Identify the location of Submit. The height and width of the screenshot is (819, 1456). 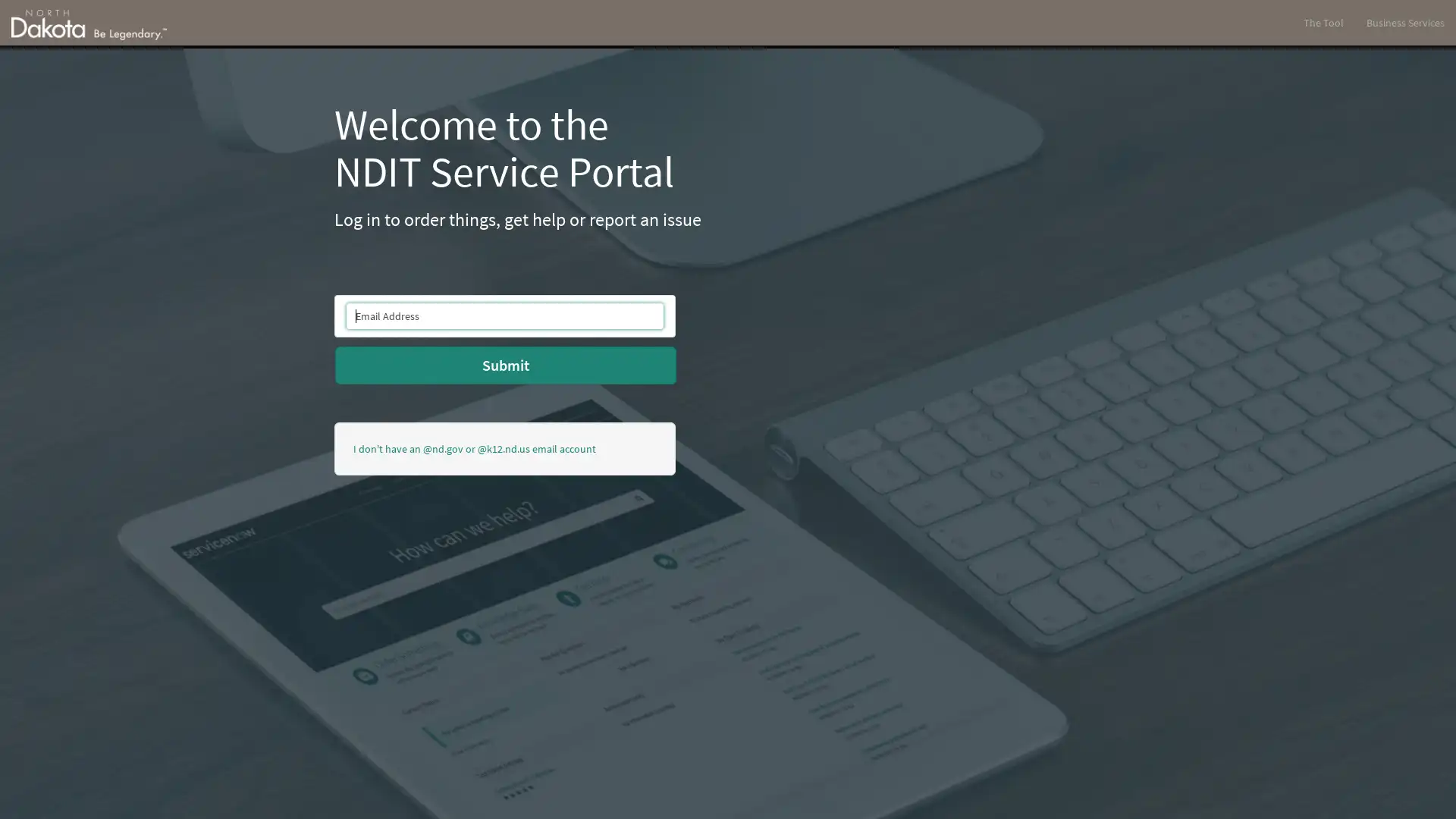
(505, 365).